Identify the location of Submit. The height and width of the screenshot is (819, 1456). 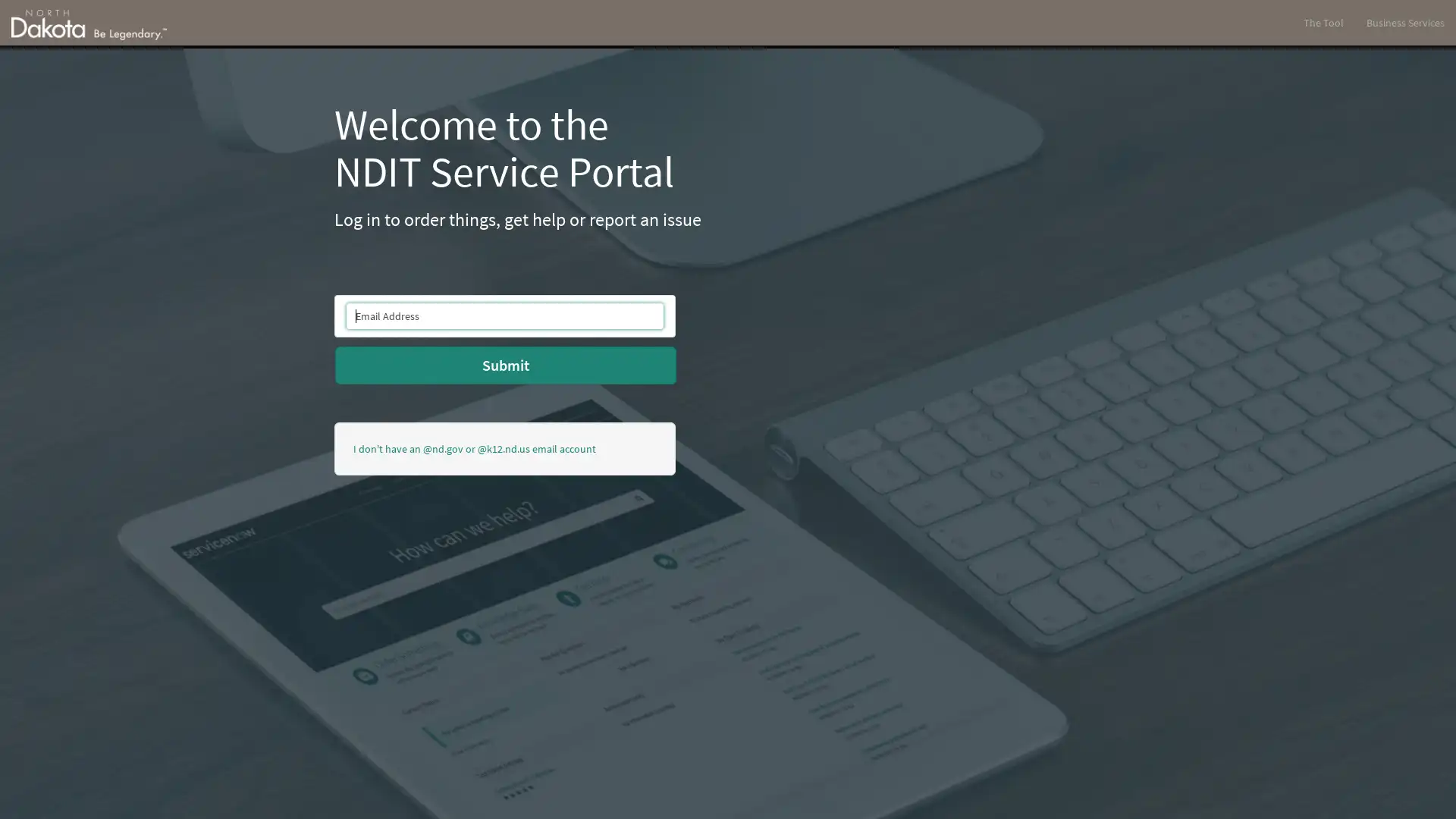
(505, 365).